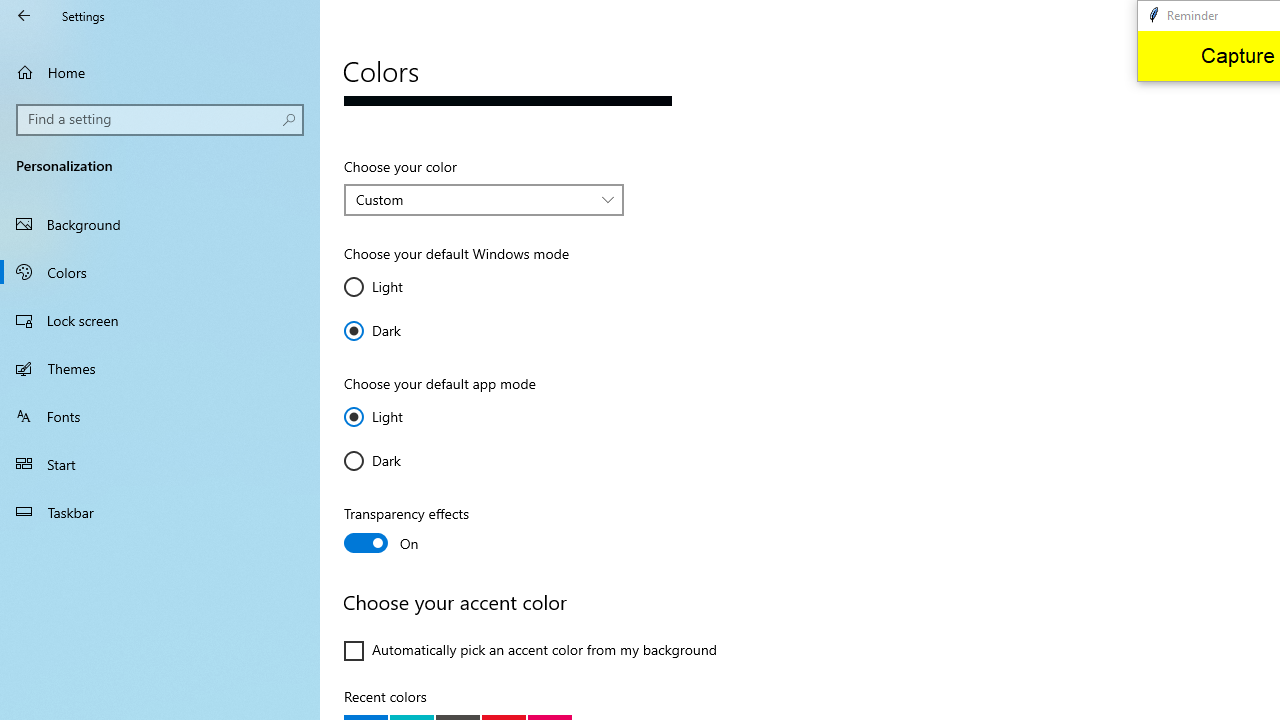 The width and height of the screenshot is (1280, 720). What do you see at coordinates (484, 200) in the screenshot?
I see `'Choose your color'` at bounding box center [484, 200].